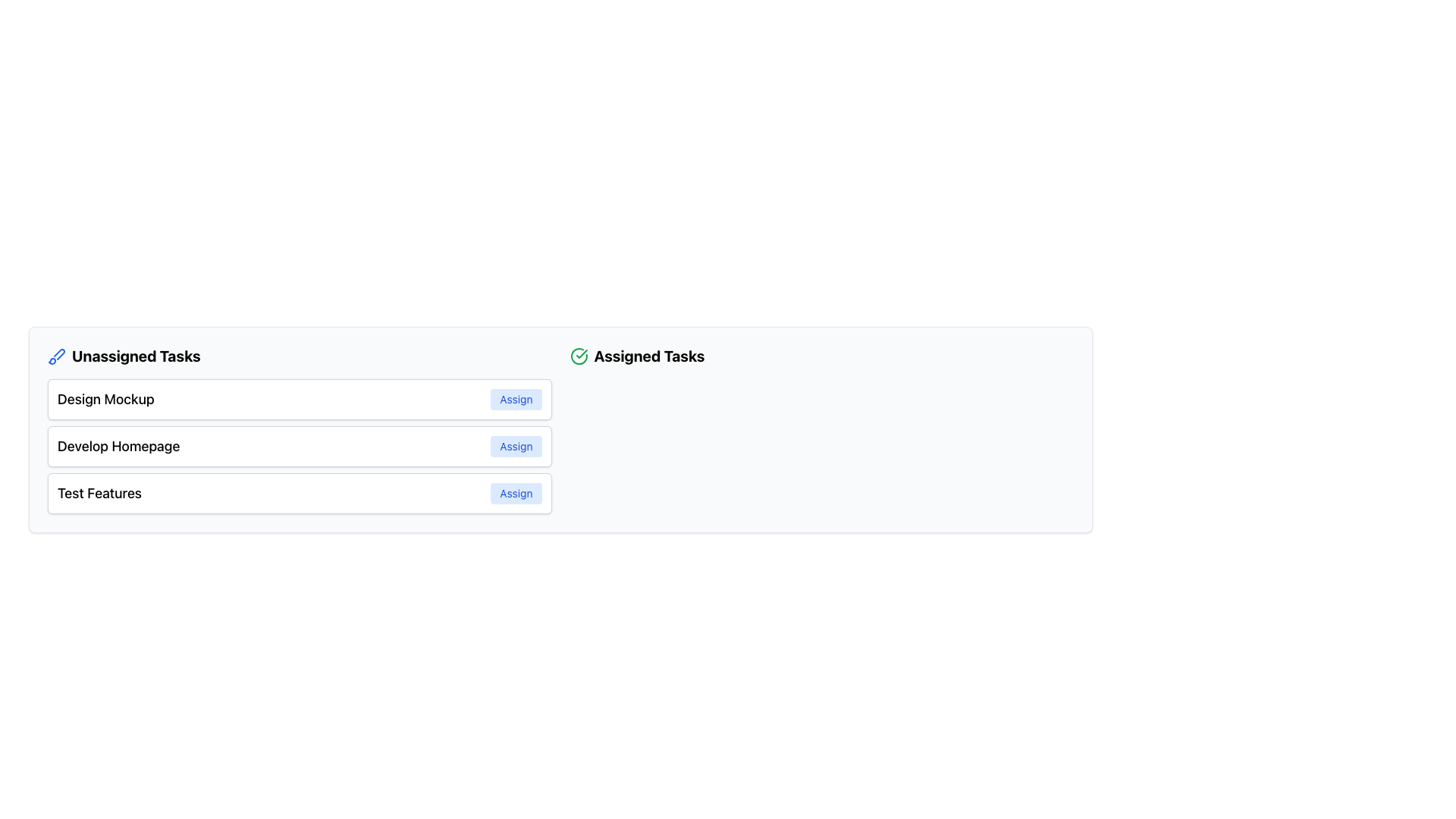  What do you see at coordinates (300, 446) in the screenshot?
I see `the 'Develop Homepage' task item located in the 'Unassigned Tasks' list` at bounding box center [300, 446].